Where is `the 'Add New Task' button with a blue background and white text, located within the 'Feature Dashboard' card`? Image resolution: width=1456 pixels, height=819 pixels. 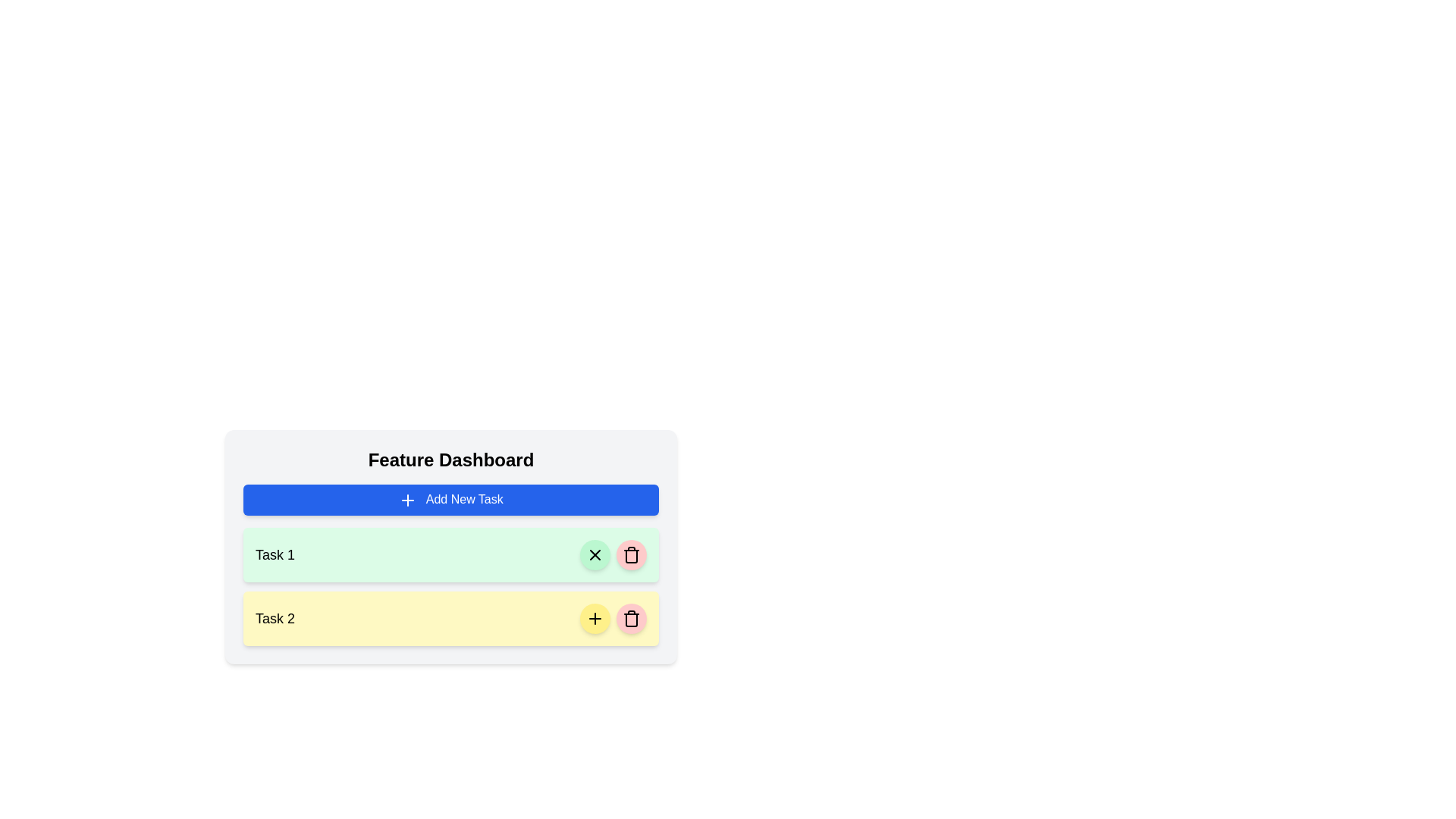 the 'Add New Task' button with a blue background and white text, located within the 'Feature Dashboard' card is located at coordinates (450, 500).